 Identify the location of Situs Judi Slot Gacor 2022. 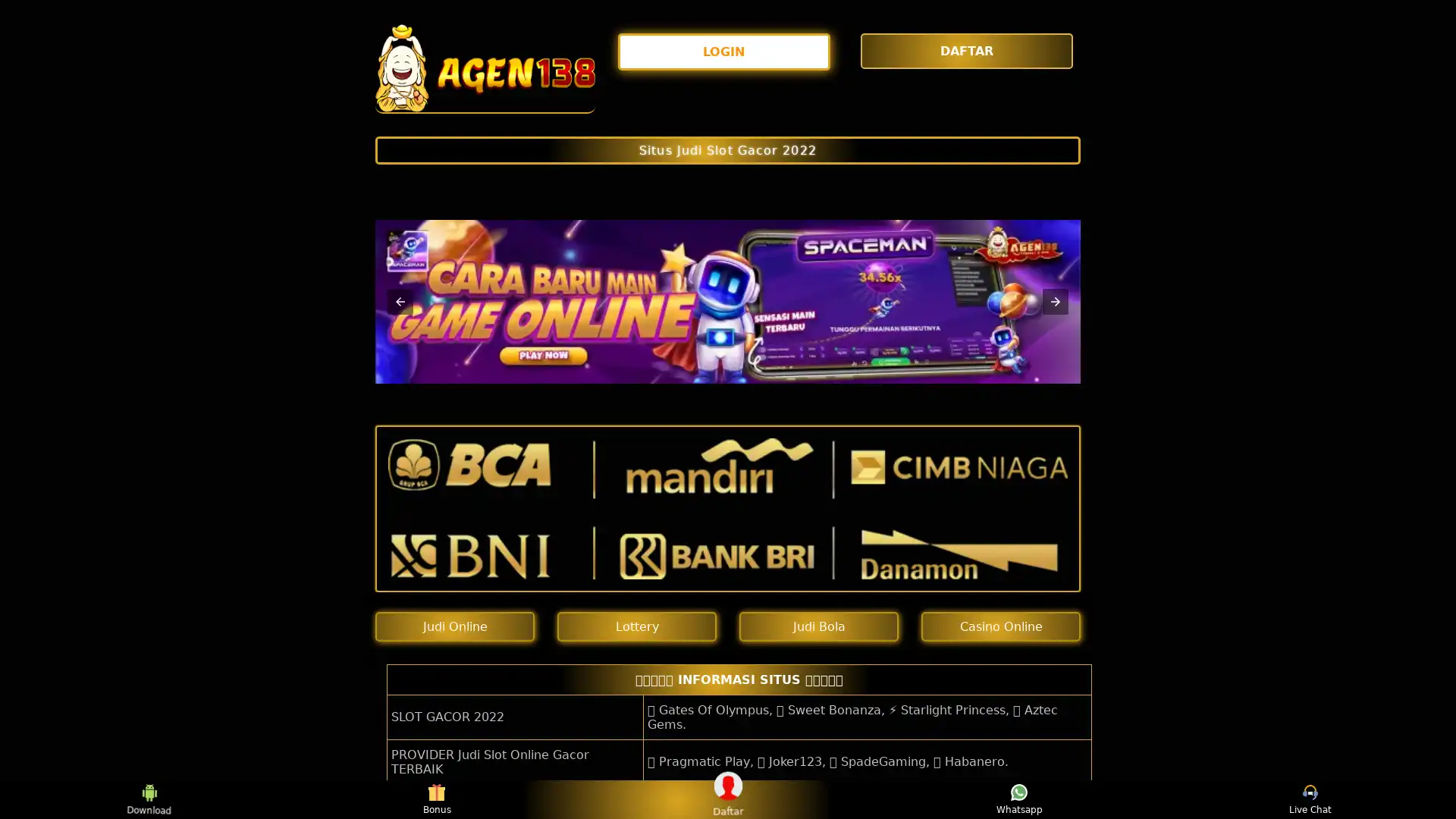
(728, 149).